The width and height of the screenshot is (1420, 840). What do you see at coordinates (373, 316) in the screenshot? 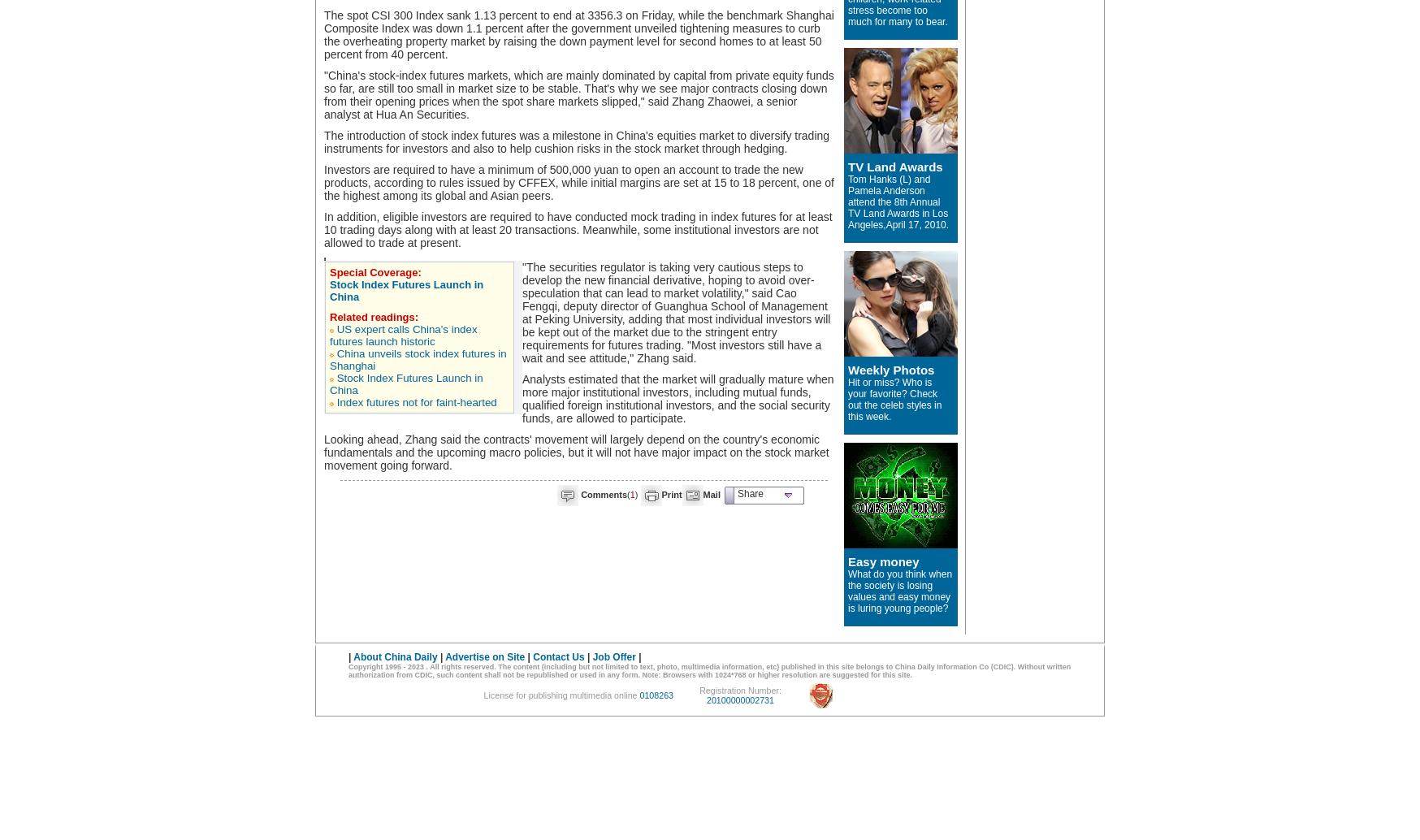
I see `'Related readings:'` at bounding box center [373, 316].